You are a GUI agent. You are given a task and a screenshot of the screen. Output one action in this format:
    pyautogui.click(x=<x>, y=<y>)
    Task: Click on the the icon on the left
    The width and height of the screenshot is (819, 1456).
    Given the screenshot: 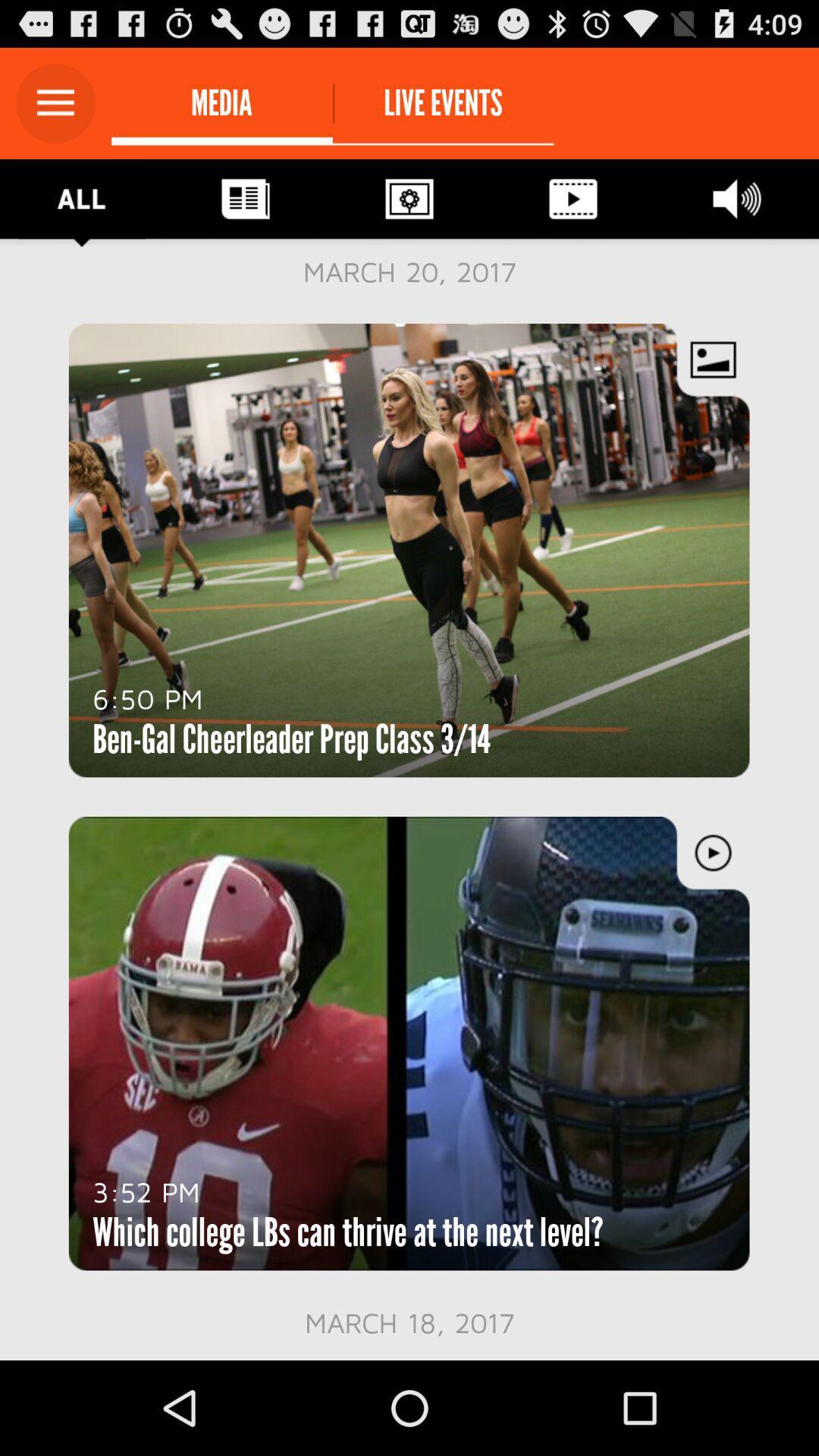 What is the action you would take?
    pyautogui.click(x=148, y=698)
    